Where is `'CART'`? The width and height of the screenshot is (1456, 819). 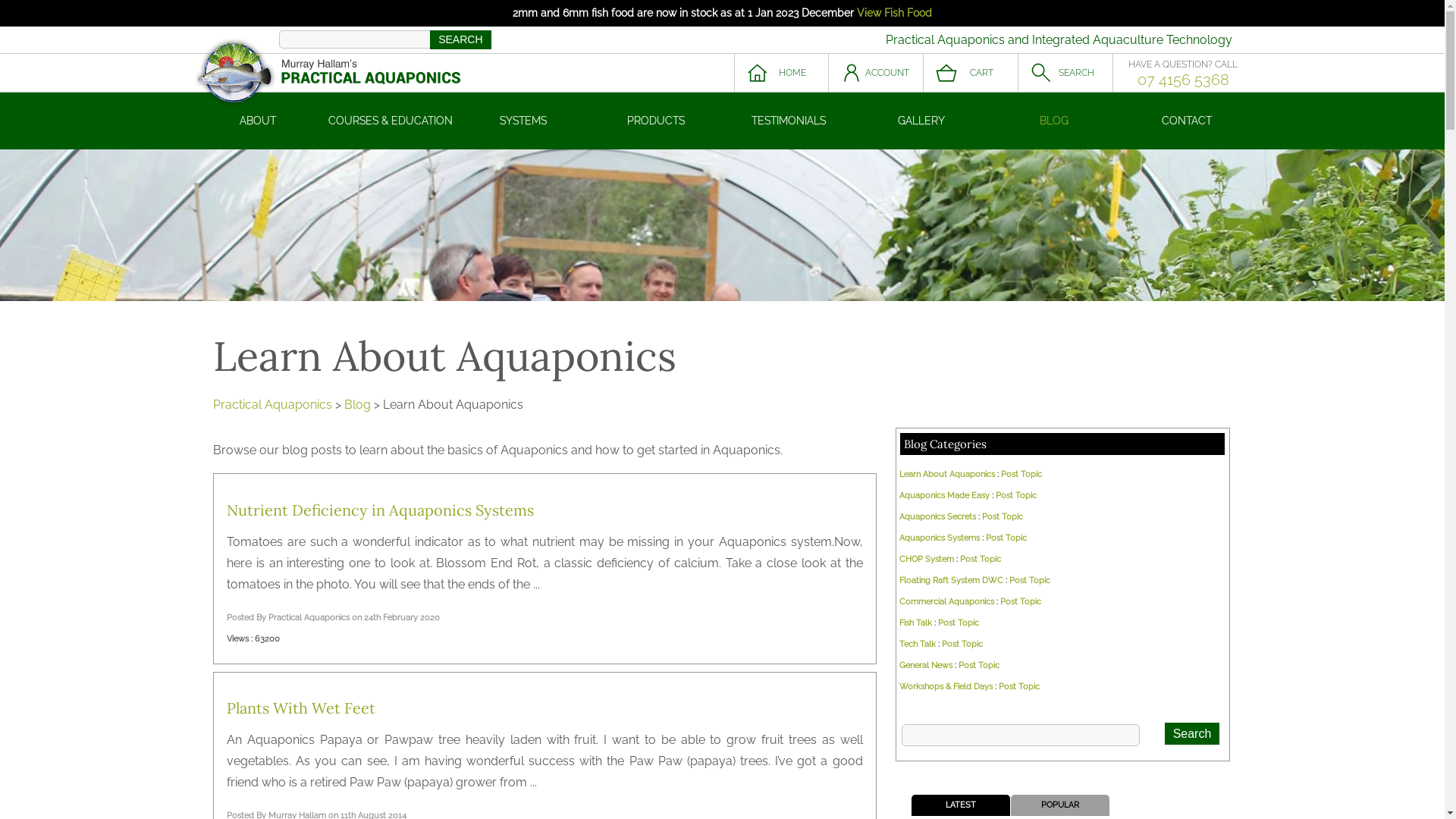 'CART' is located at coordinates (971, 73).